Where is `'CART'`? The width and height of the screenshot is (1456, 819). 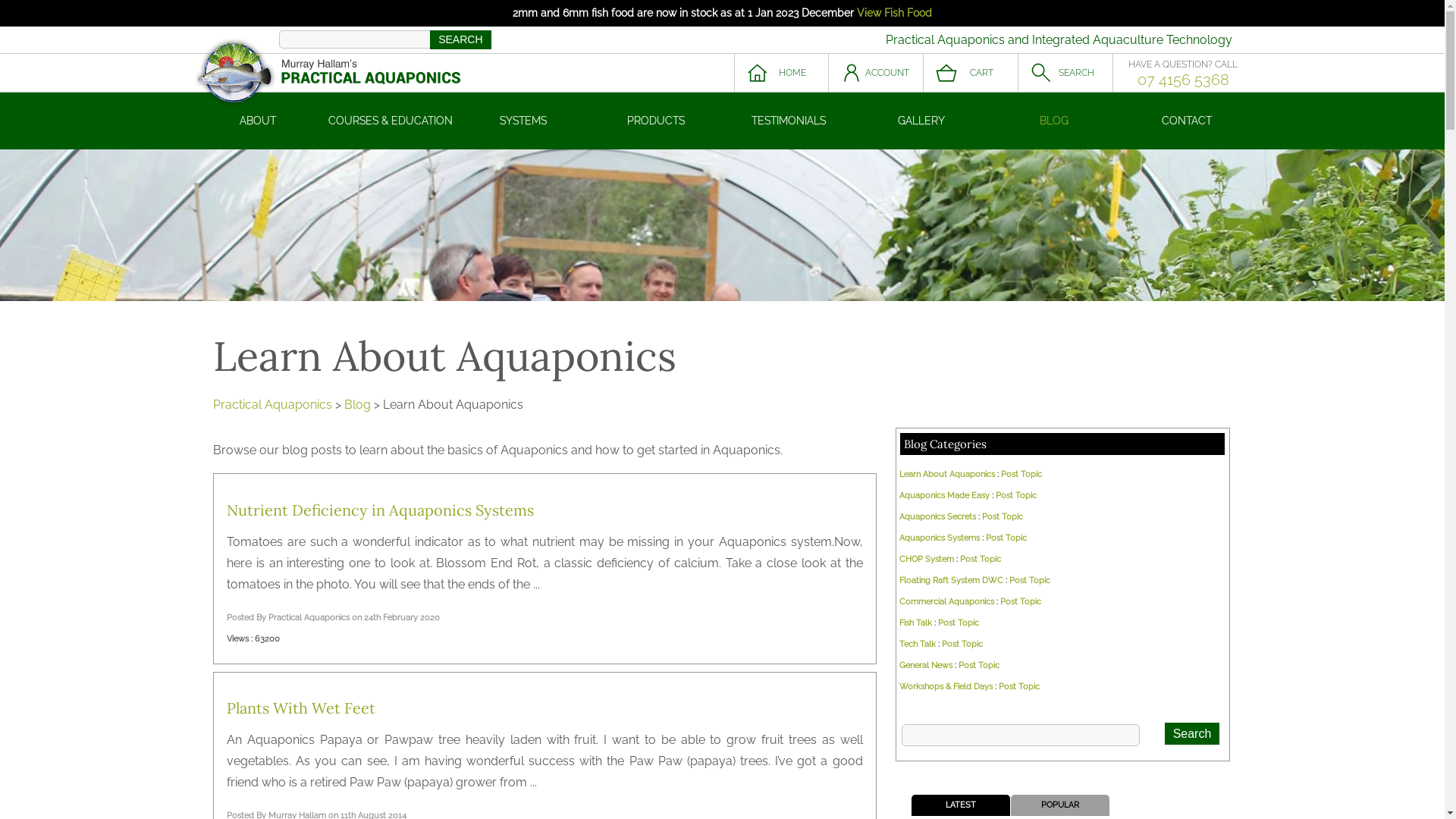 'CART' is located at coordinates (971, 73).